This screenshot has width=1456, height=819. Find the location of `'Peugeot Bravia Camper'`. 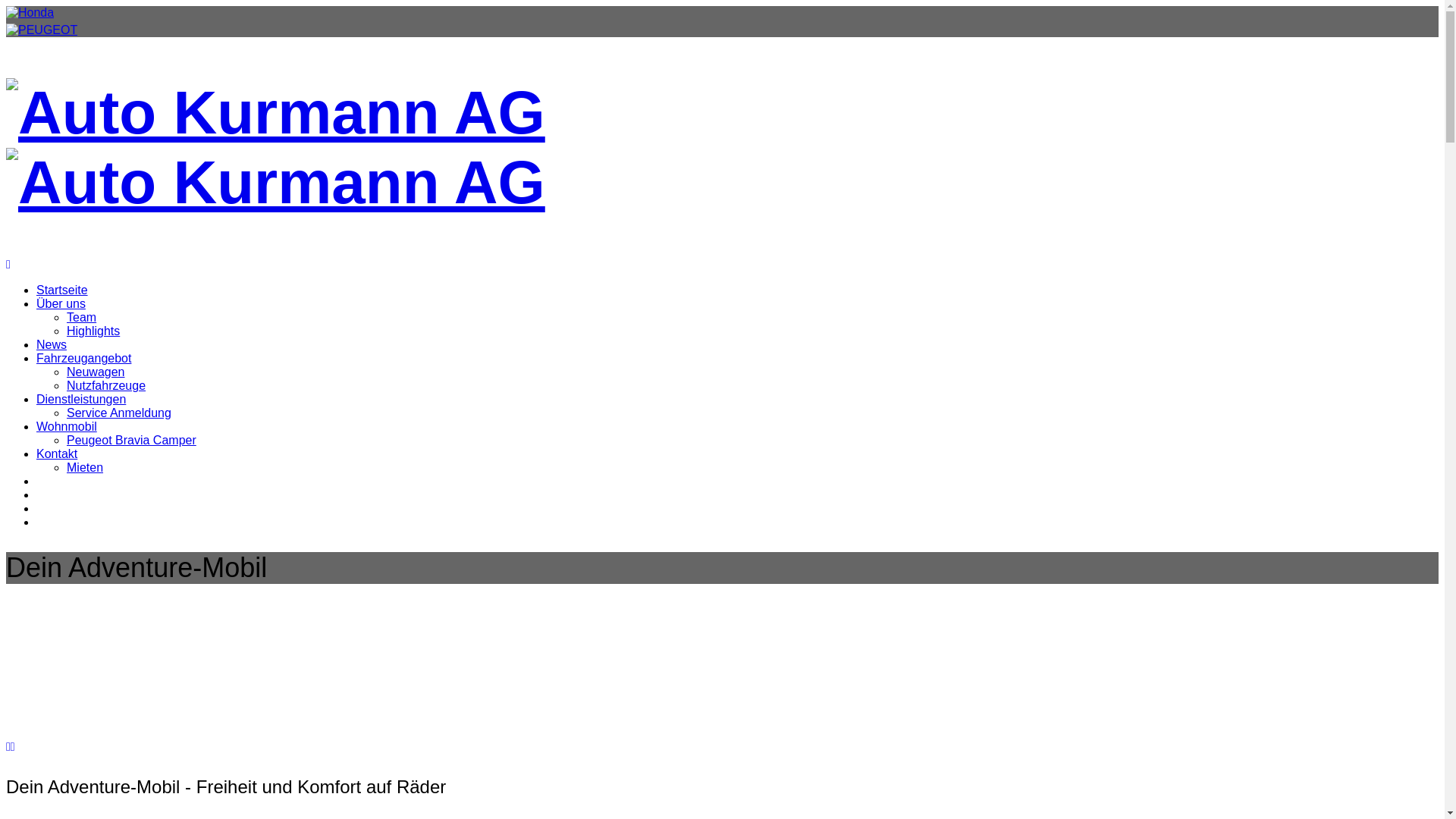

'Peugeot Bravia Camper' is located at coordinates (131, 440).